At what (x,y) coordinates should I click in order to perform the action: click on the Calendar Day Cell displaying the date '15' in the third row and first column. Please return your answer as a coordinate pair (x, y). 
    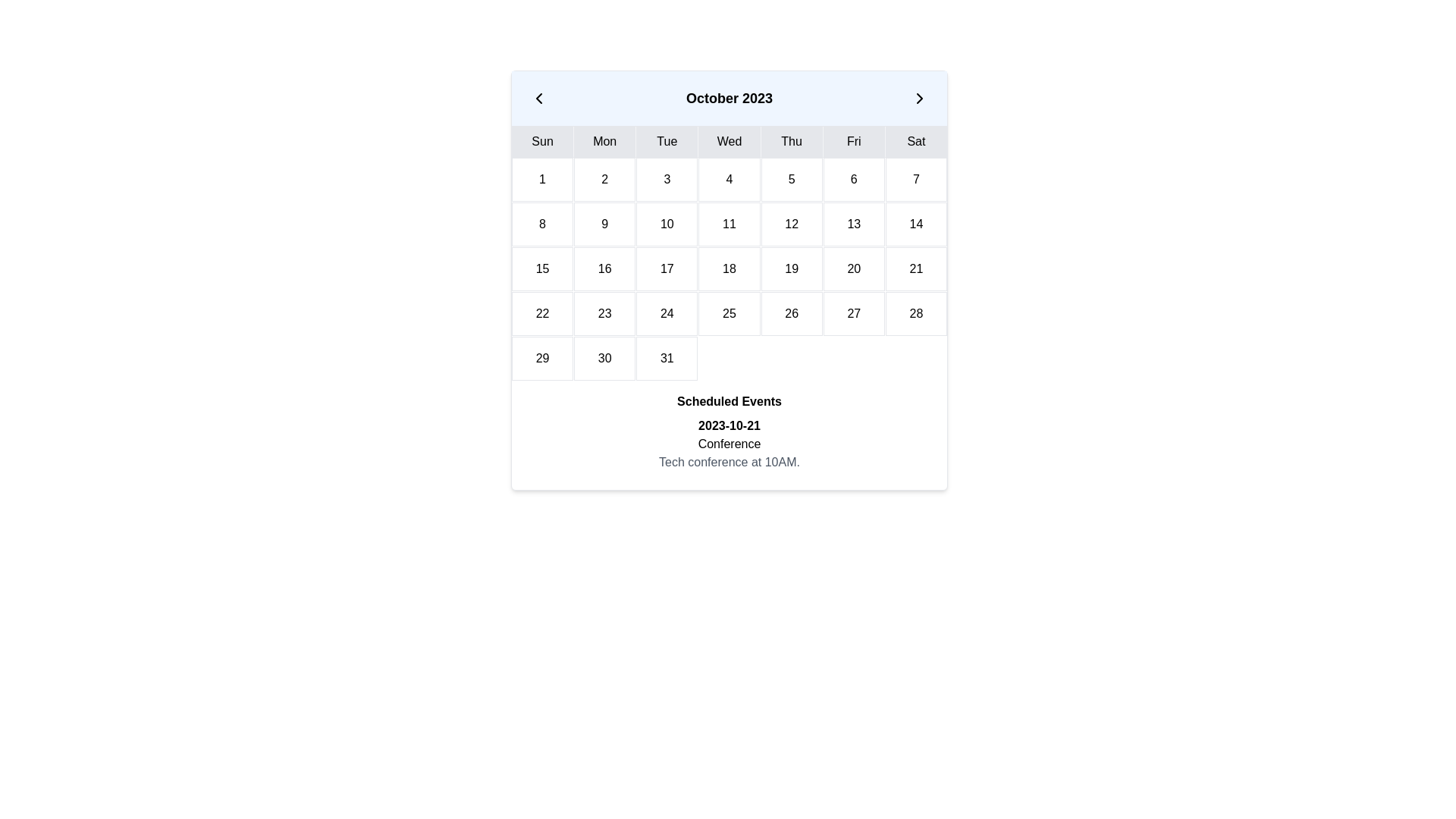
    Looking at the image, I should click on (542, 268).